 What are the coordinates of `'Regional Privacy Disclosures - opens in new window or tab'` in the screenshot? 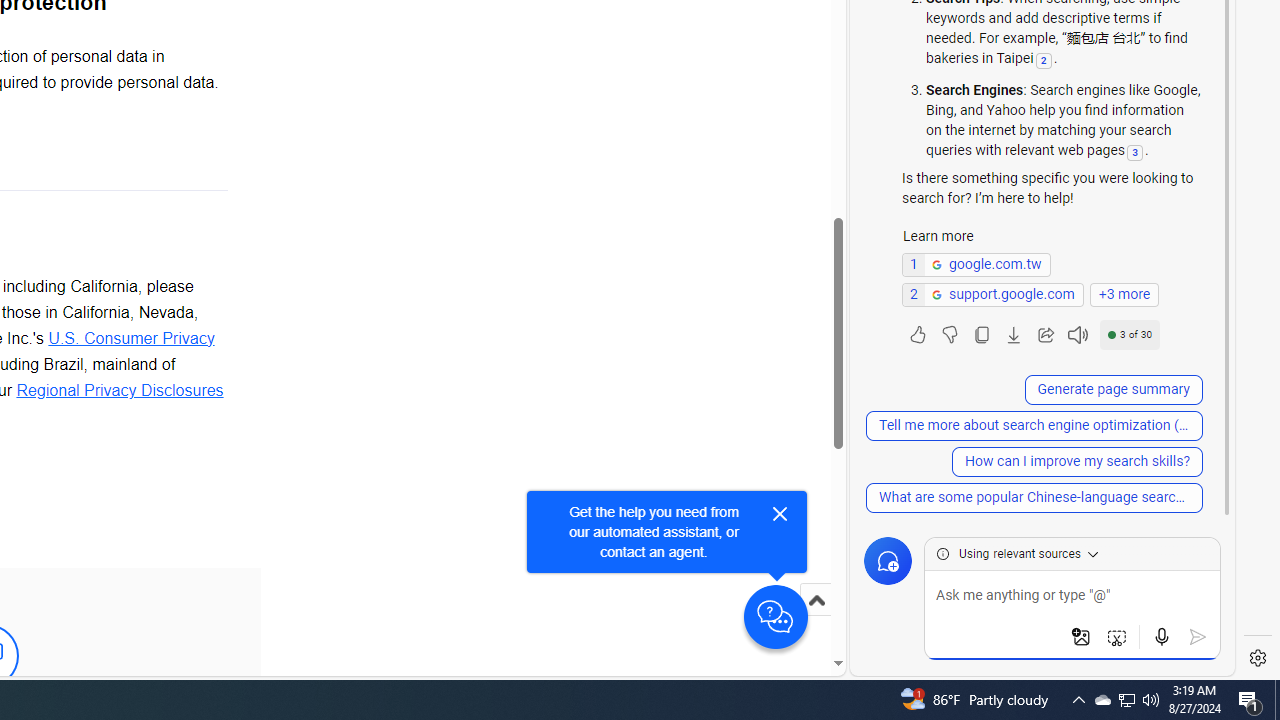 It's located at (118, 389).